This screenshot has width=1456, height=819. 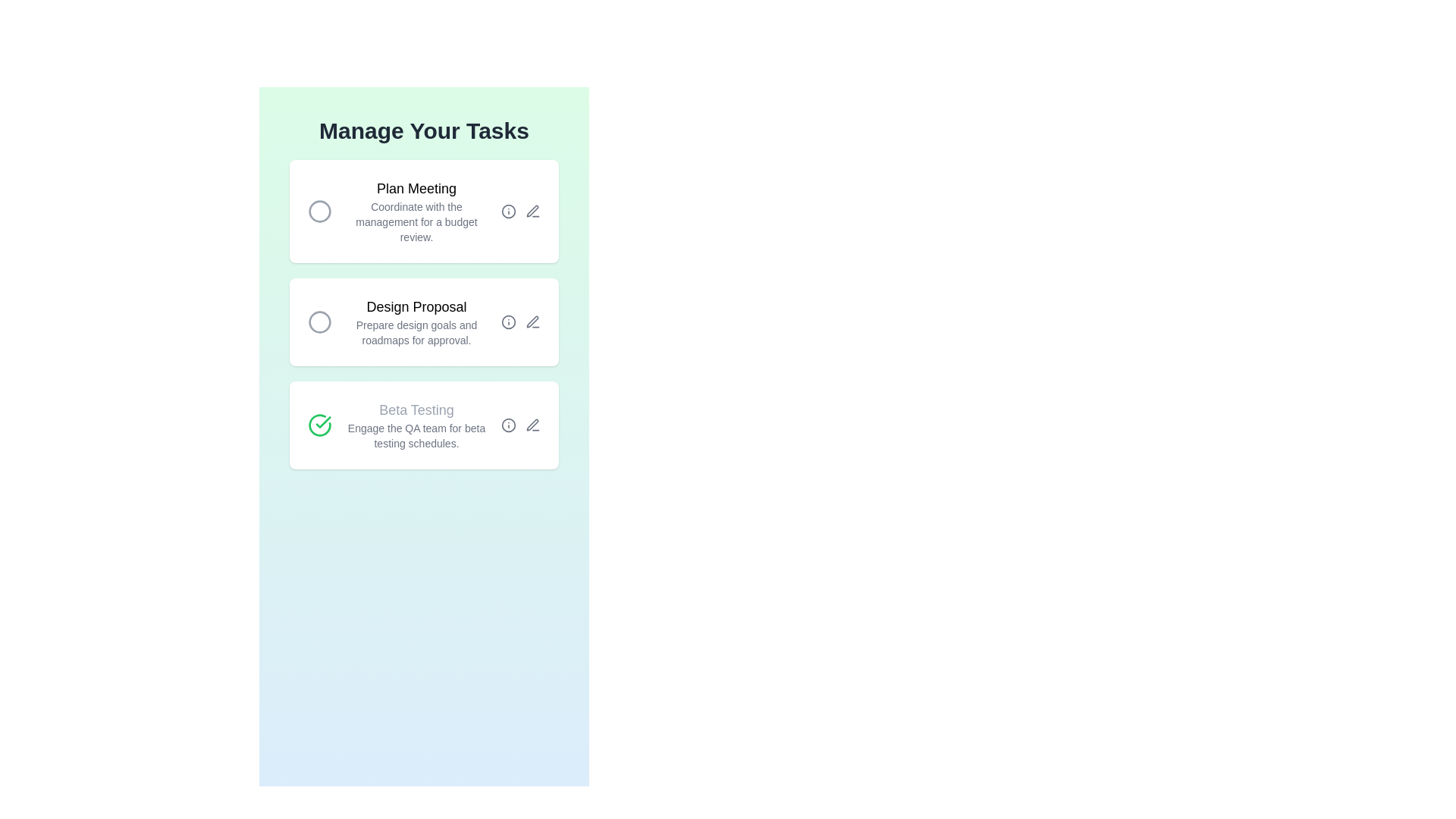 What do you see at coordinates (532, 425) in the screenshot?
I see `the edit button for the task titled Beta Testing` at bounding box center [532, 425].